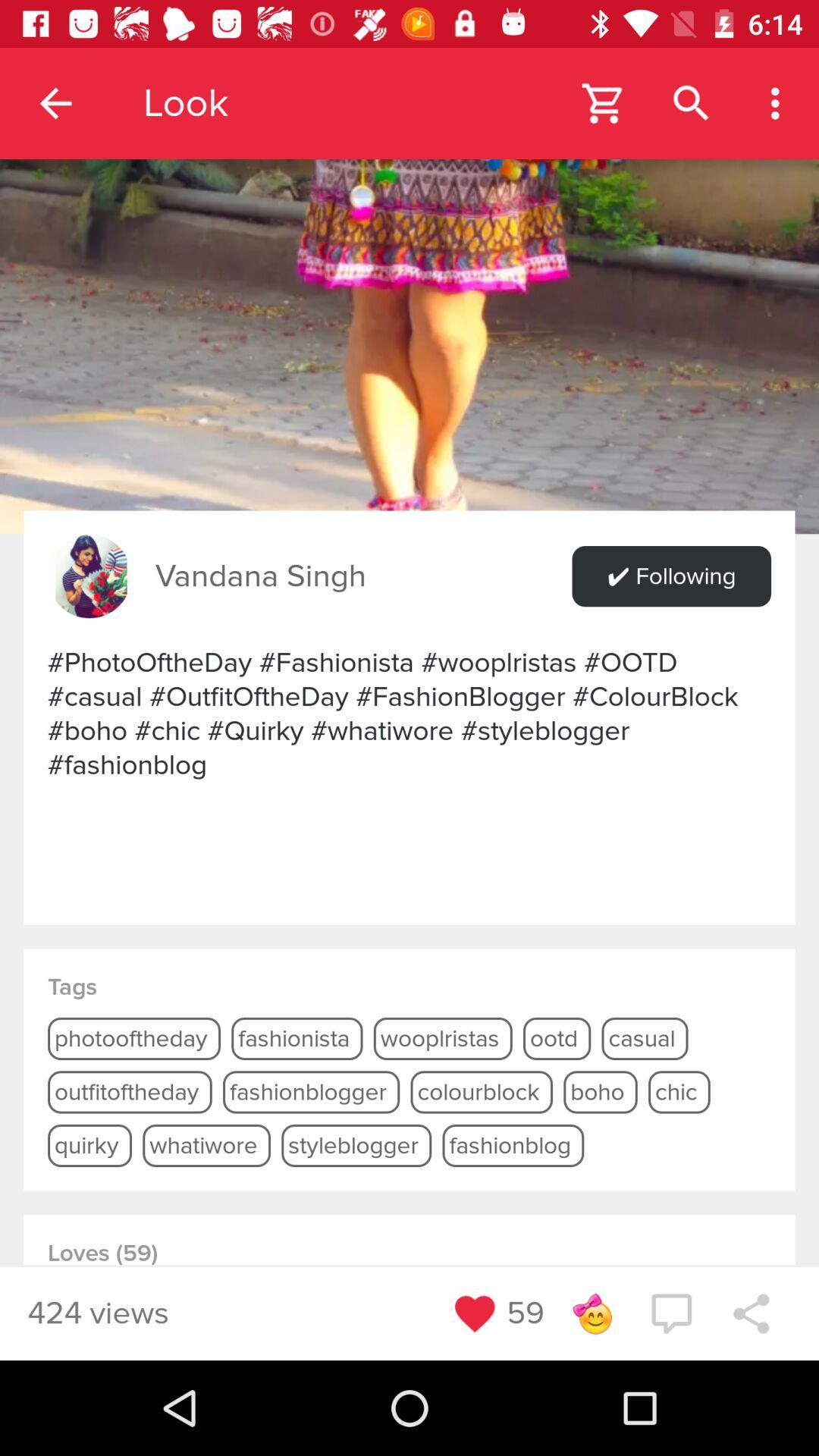 The width and height of the screenshot is (819, 1456). Describe the element at coordinates (751, 1313) in the screenshot. I see `the share icon` at that location.